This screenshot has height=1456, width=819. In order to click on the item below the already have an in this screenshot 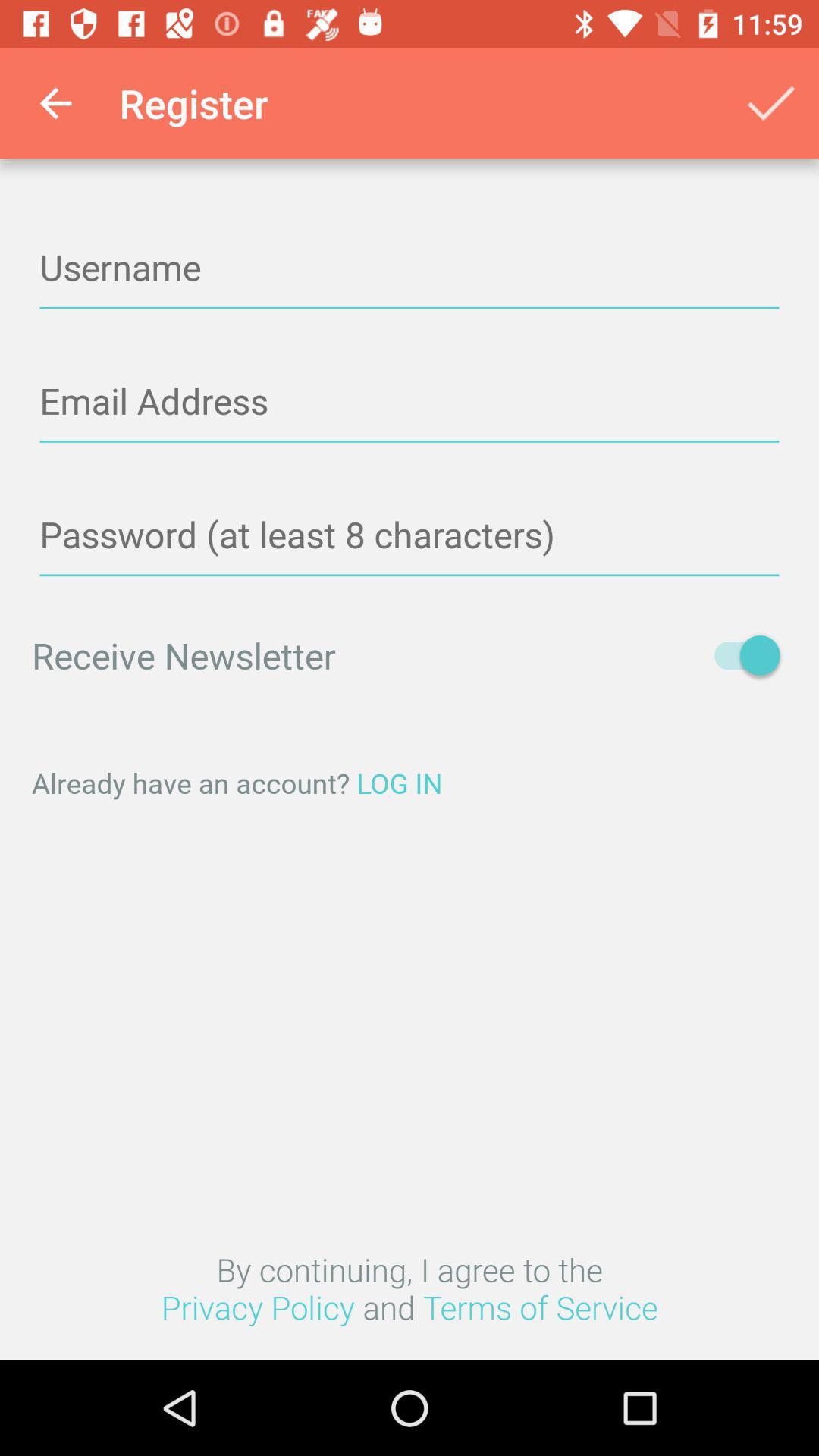, I will do `click(409, 1287)`.